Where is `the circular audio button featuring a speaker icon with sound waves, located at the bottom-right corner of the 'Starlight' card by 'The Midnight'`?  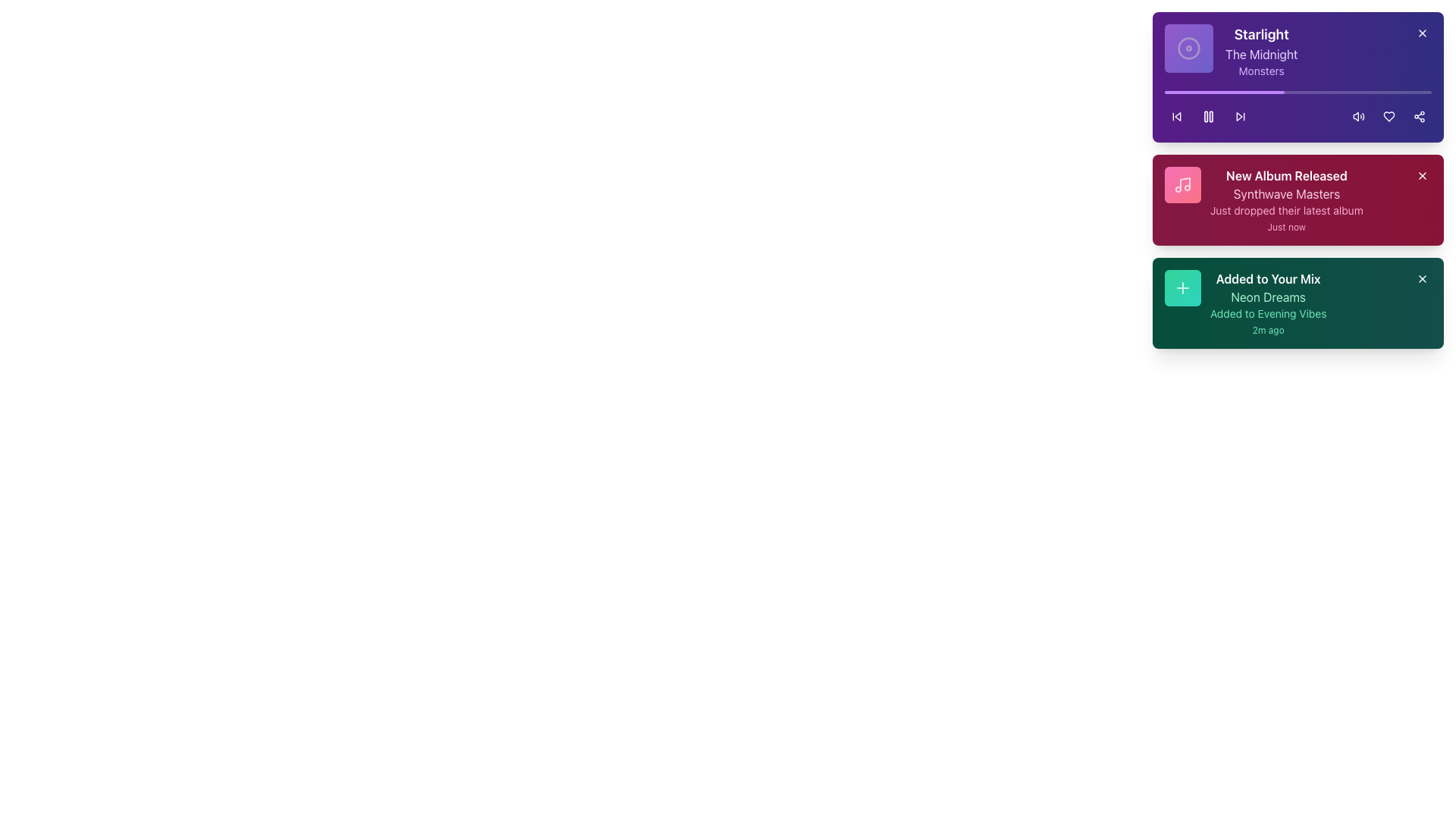 the circular audio button featuring a speaker icon with sound waves, located at the bottom-right corner of the 'Starlight' card by 'The Midnight' is located at coordinates (1358, 116).